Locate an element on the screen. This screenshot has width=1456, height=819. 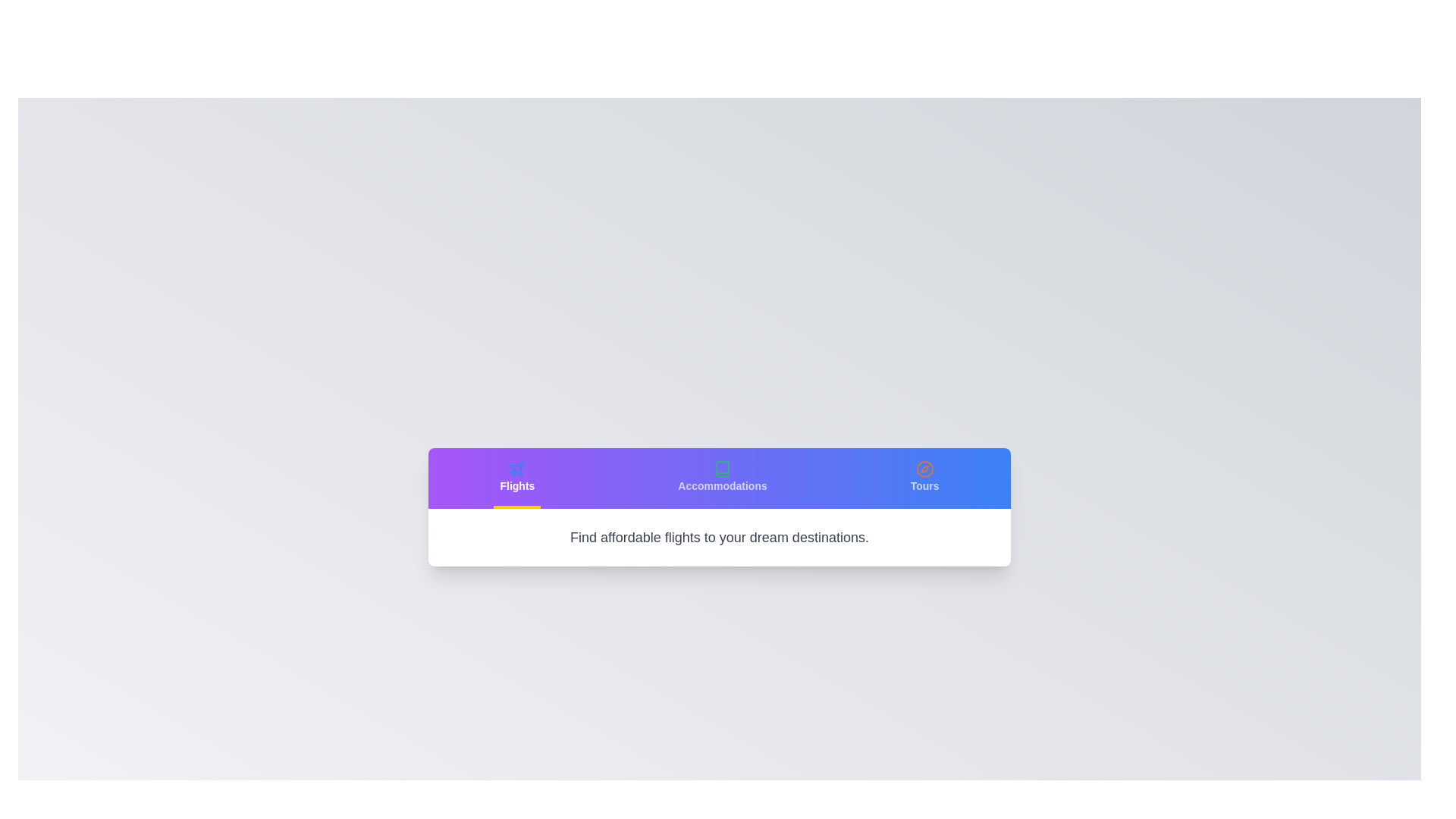
the Flights tab to display its content is located at coordinates (517, 479).